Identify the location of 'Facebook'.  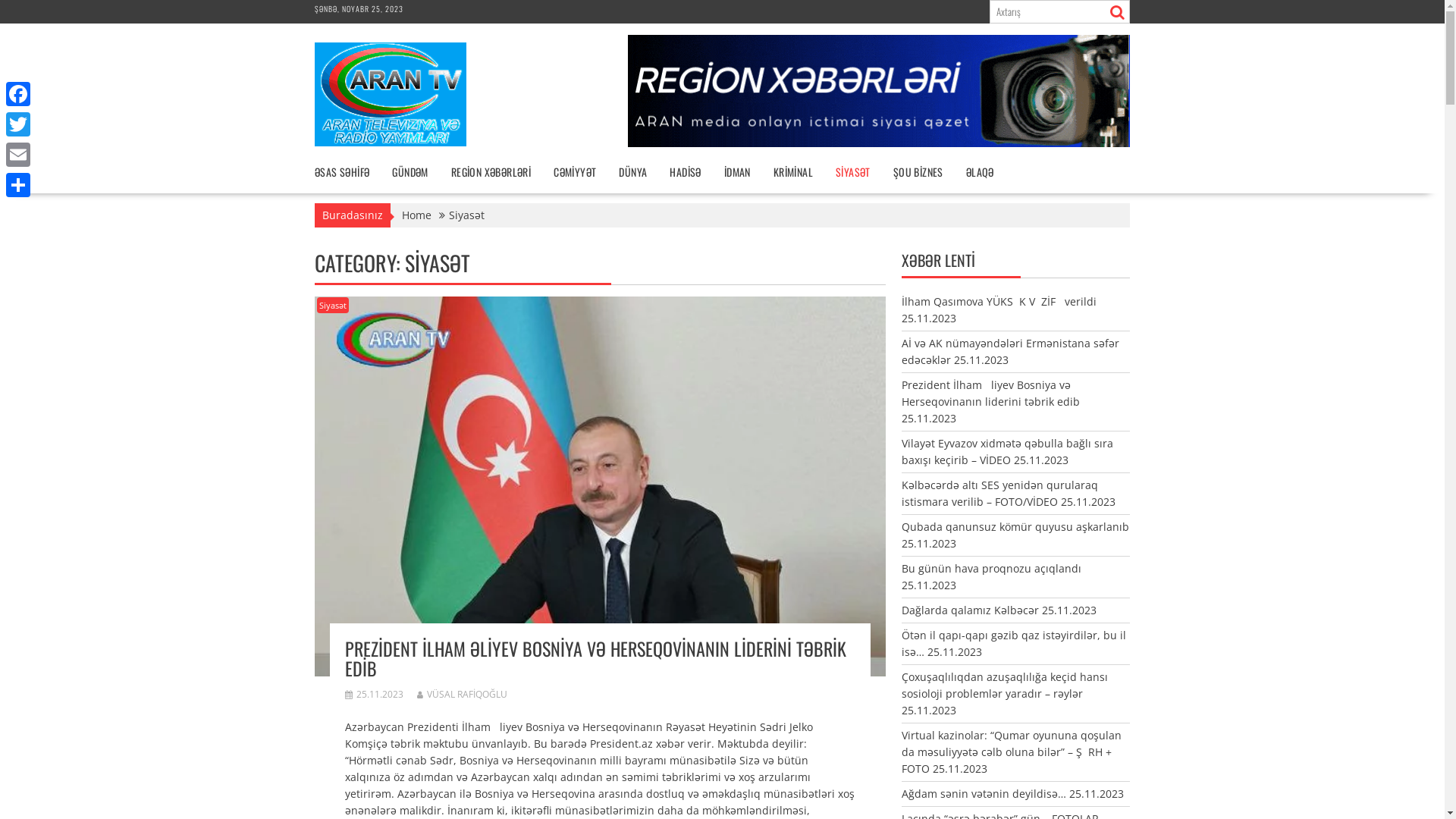
(18, 93).